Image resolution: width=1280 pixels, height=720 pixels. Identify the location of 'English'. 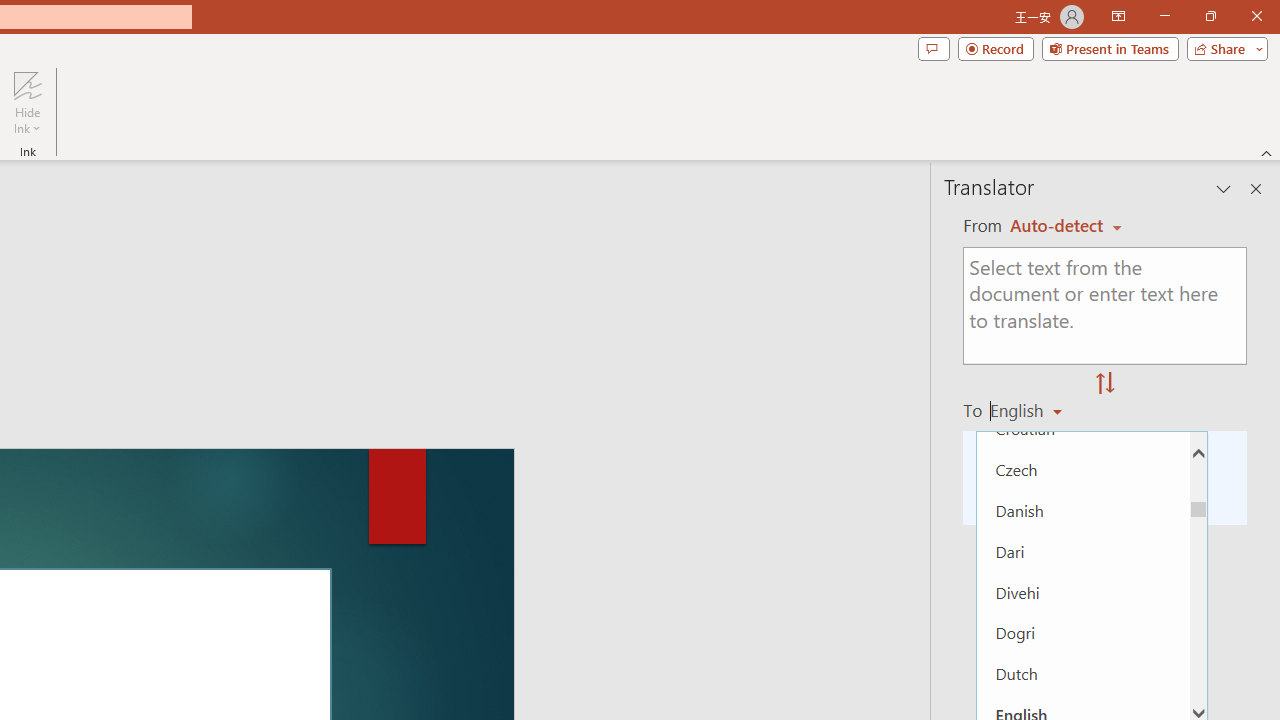
(1033, 409).